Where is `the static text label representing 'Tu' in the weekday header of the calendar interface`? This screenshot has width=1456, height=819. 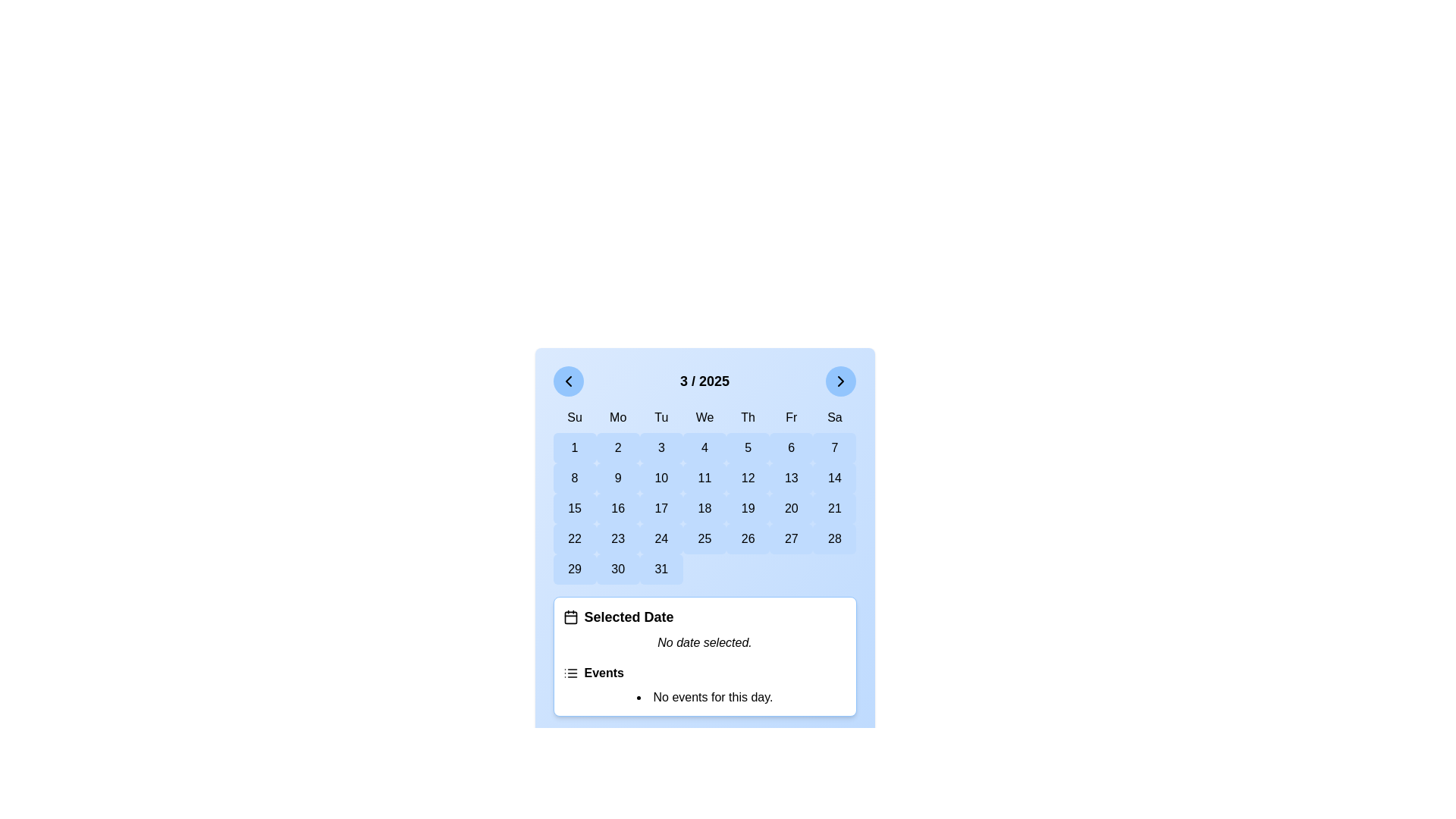 the static text label representing 'Tu' in the weekday header of the calendar interface is located at coordinates (661, 418).